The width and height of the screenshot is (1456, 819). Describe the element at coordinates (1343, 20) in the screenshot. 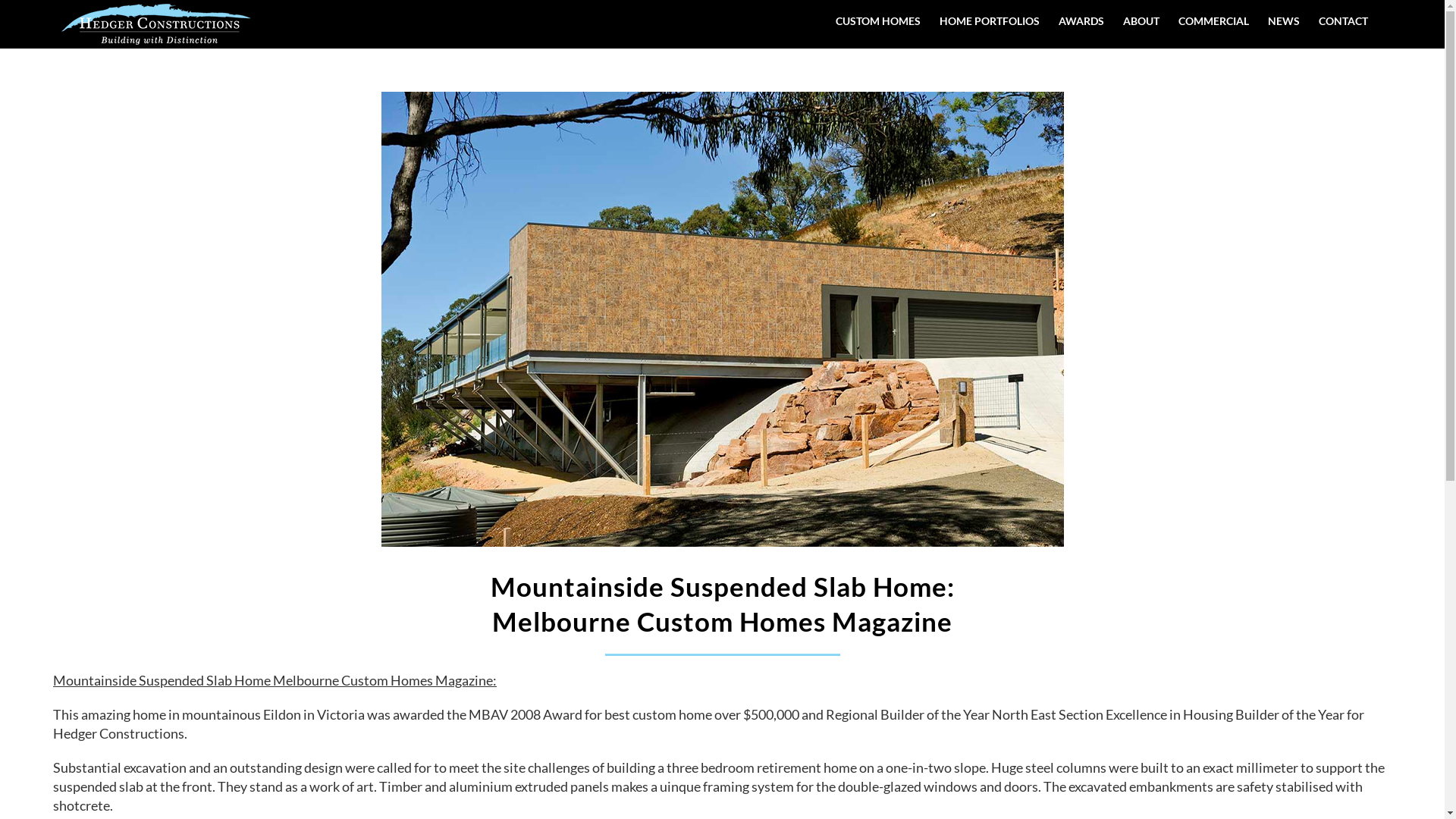

I see `'CONTACT'` at that location.